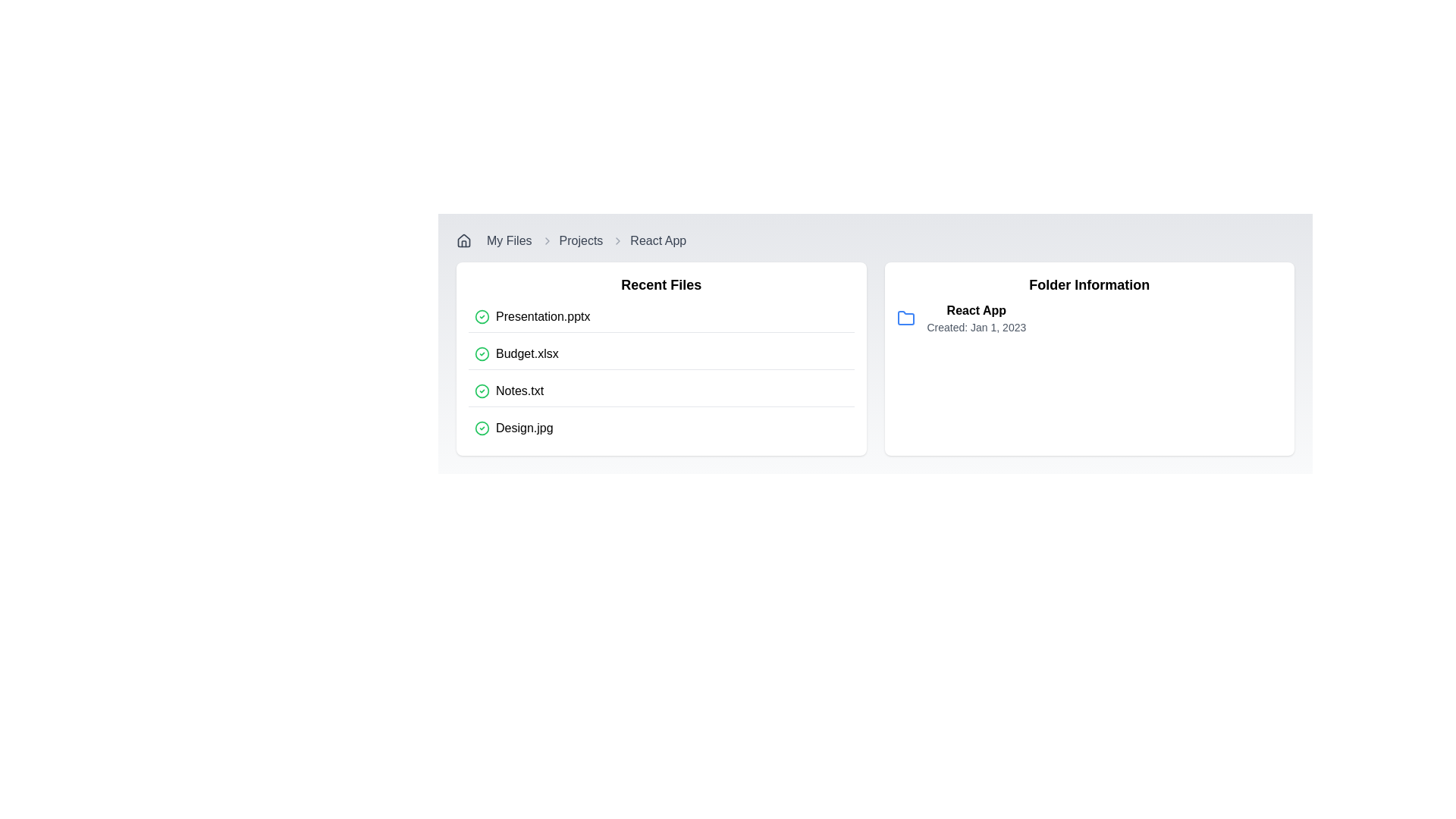 This screenshot has height=819, width=1456. I want to click on the list item labeled 'Notes.txt', so click(661, 391).